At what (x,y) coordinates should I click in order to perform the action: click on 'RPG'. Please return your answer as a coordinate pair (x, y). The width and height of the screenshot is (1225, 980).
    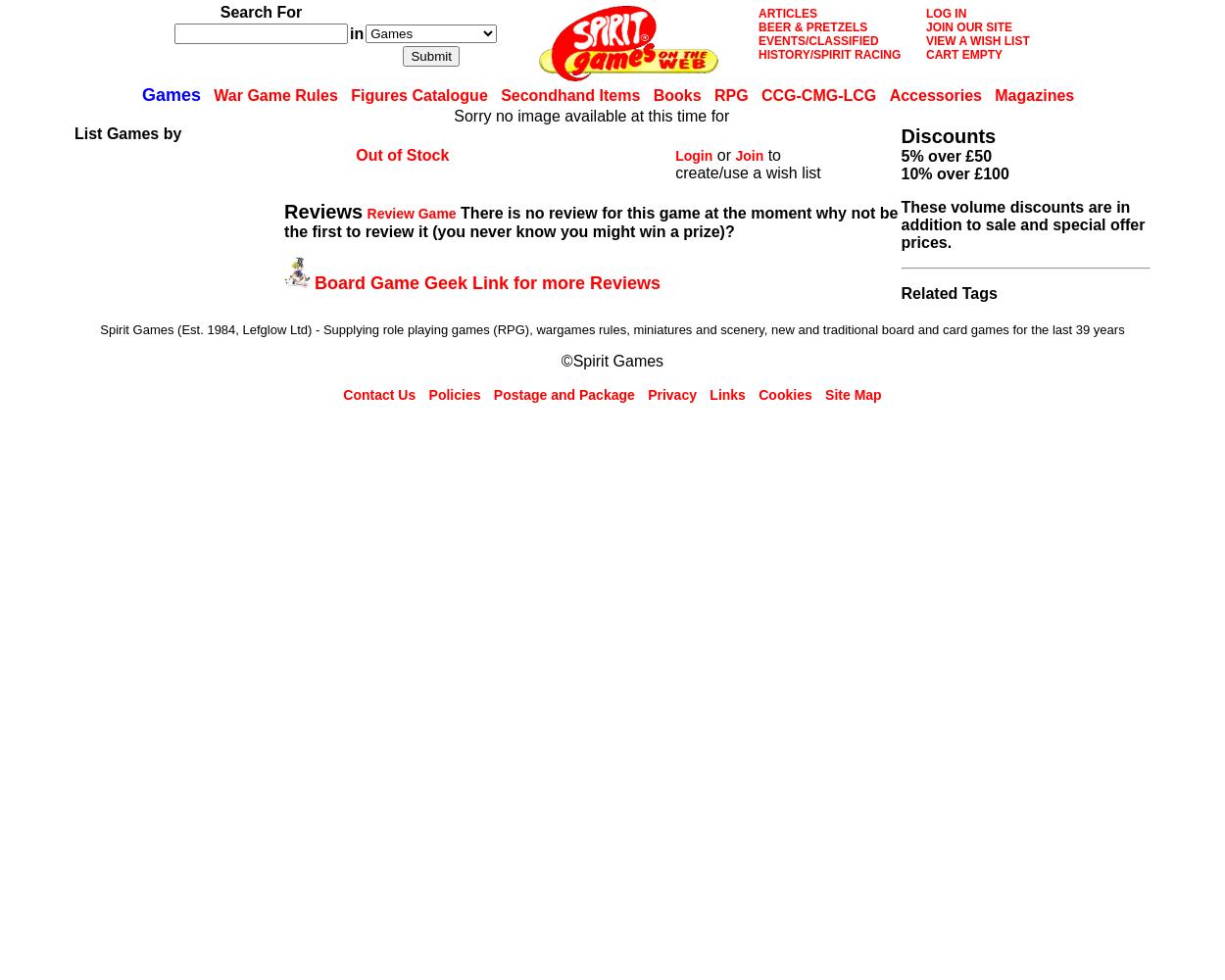
    Looking at the image, I should click on (712, 94).